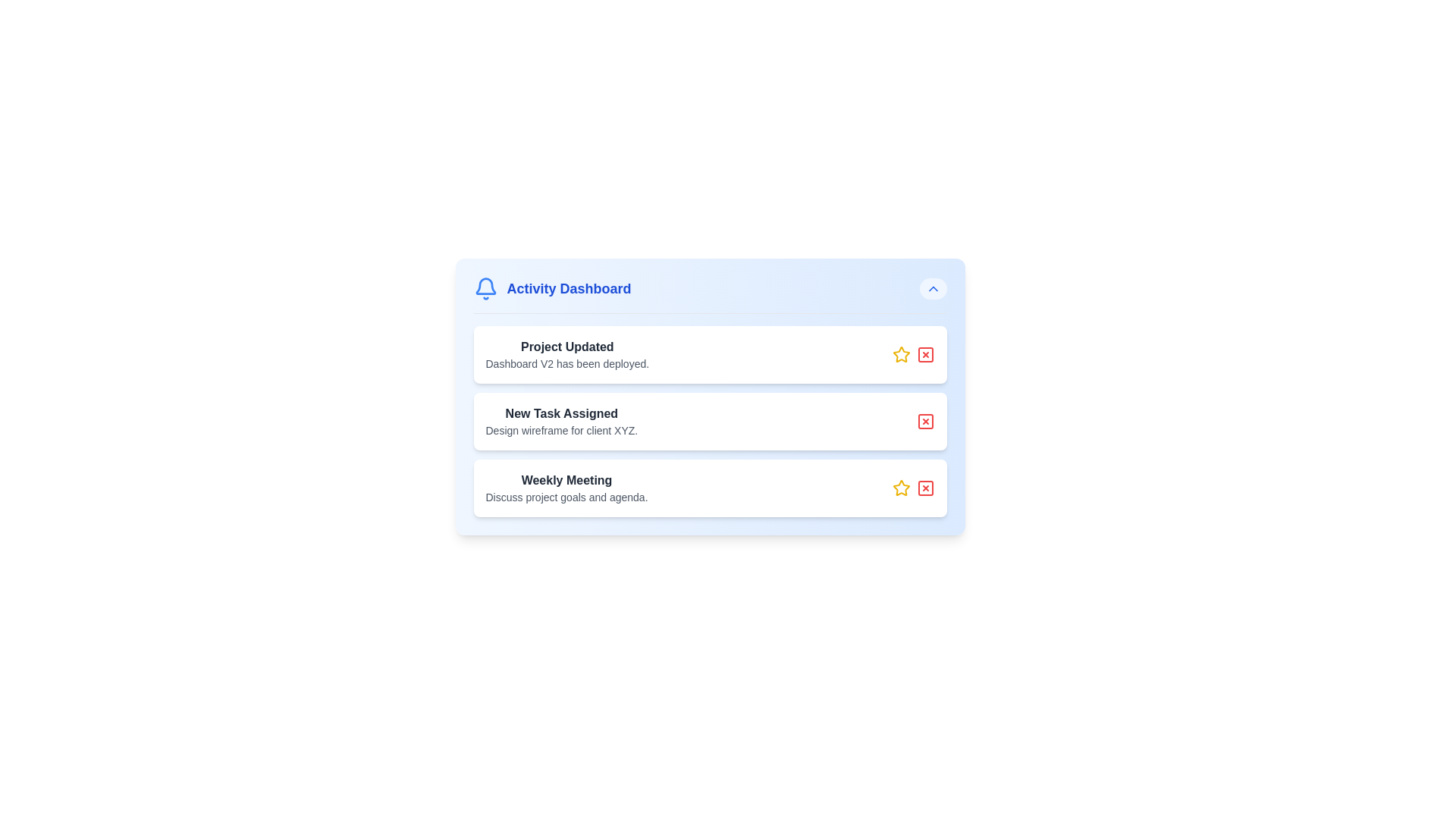 This screenshot has width=1456, height=819. What do you see at coordinates (924, 488) in the screenshot?
I see `the delete button located to the right of the yellow star icon in the third row of the 'Weekly Meeting' section` at bounding box center [924, 488].